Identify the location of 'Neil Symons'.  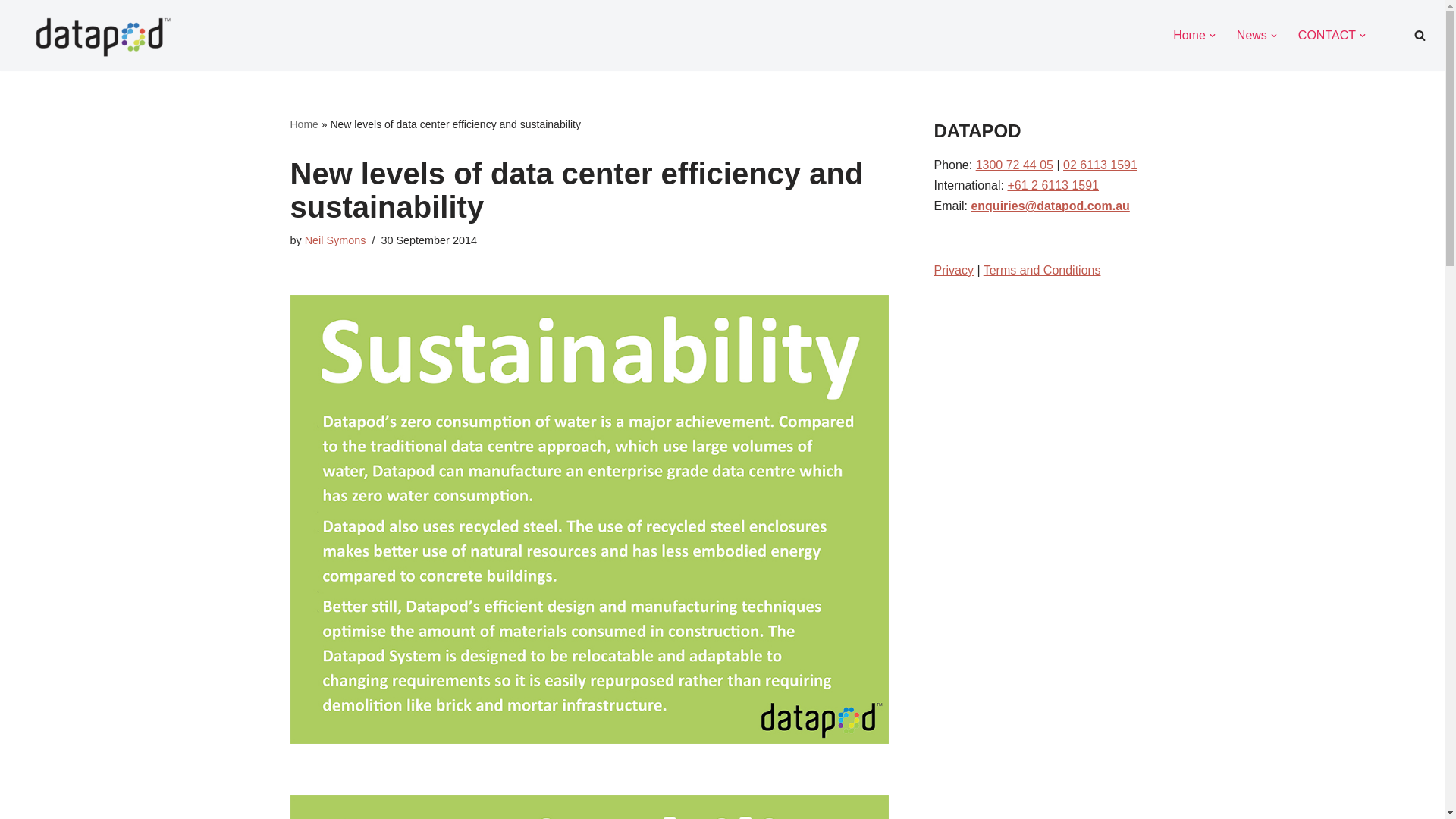
(334, 239).